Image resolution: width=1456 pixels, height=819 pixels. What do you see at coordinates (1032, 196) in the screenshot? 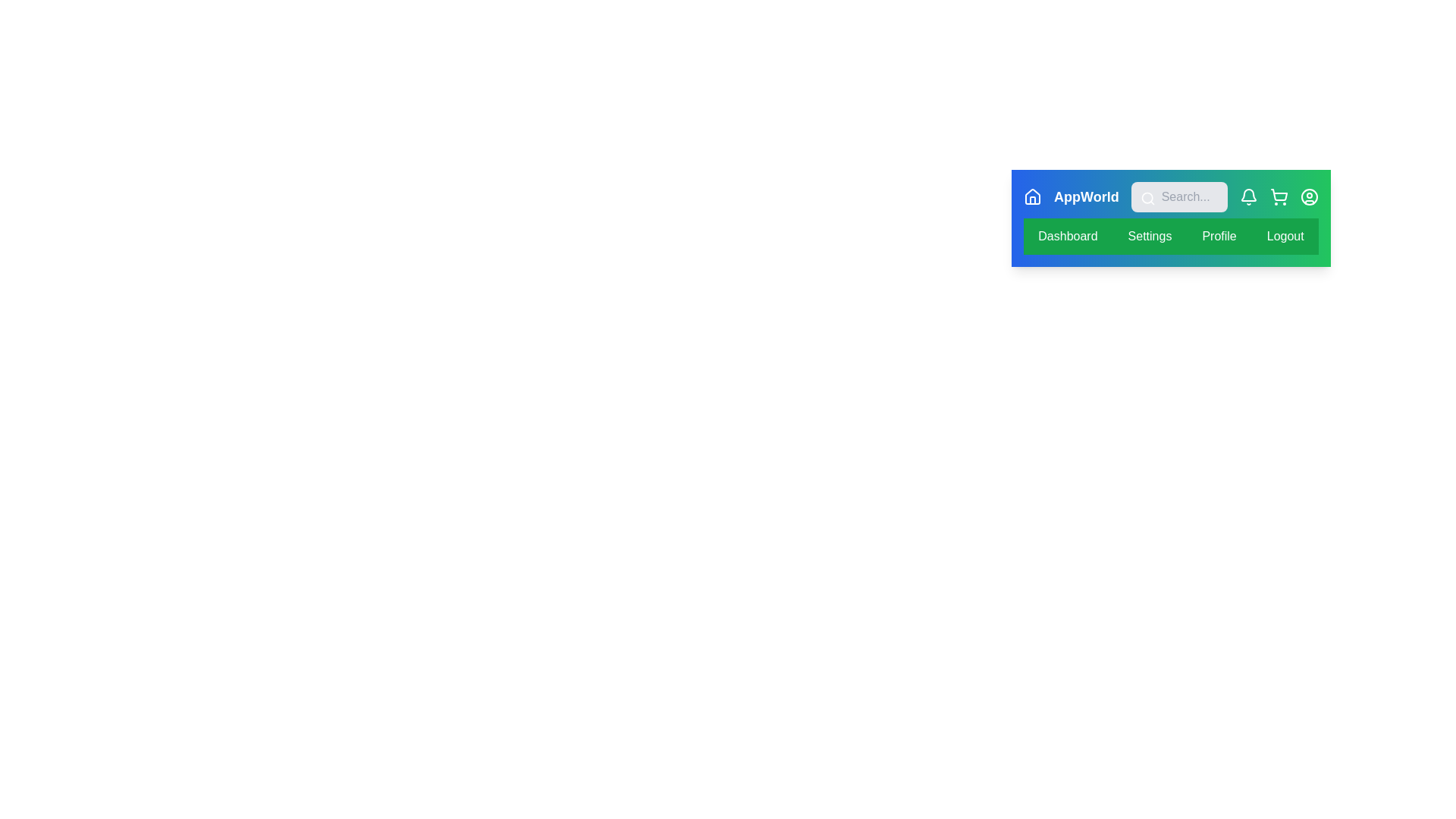
I see `the navigation icon corresponding to home` at bounding box center [1032, 196].